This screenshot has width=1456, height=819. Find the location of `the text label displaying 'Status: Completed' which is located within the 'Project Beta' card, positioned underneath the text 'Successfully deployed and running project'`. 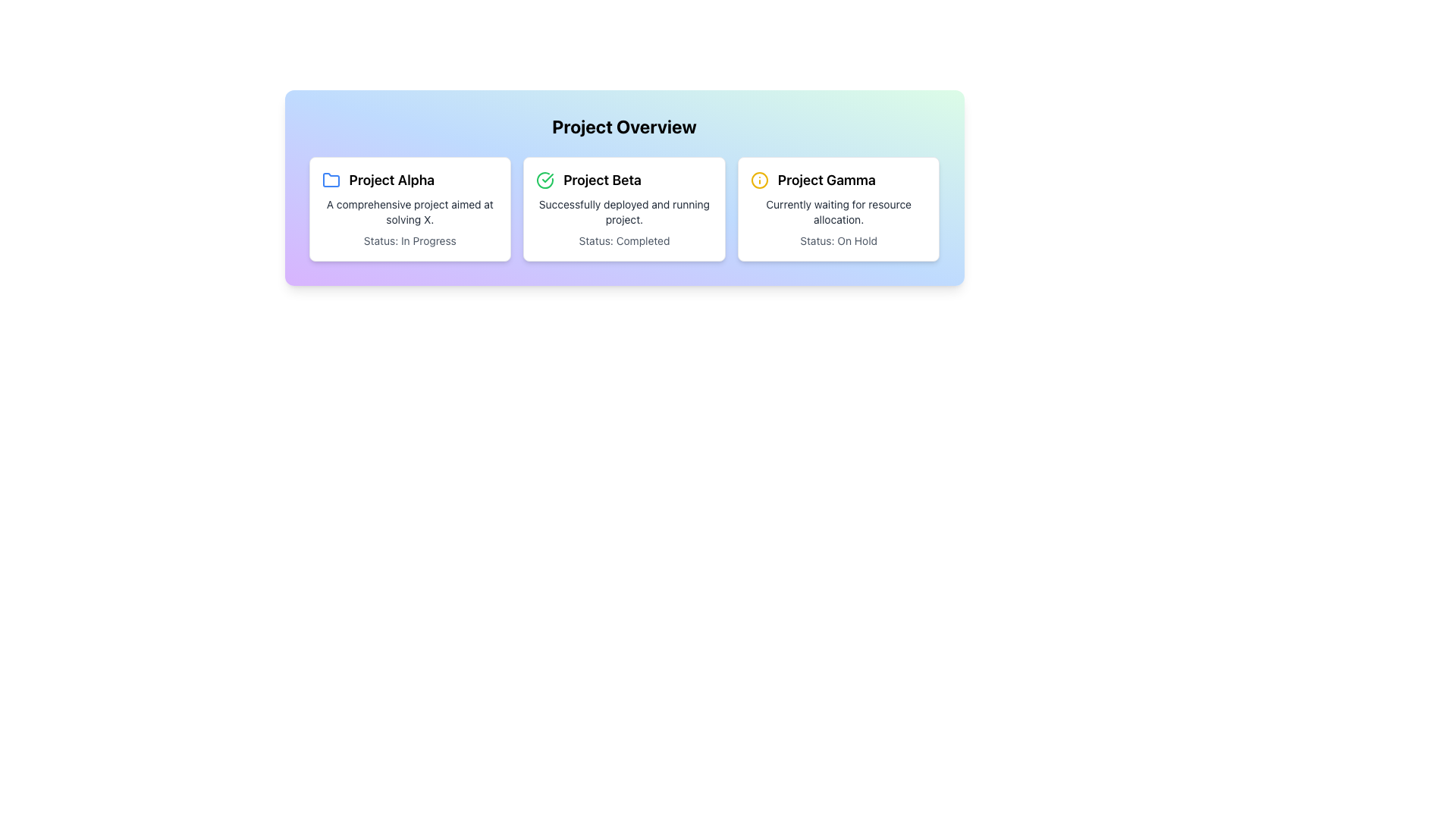

the text label displaying 'Status: Completed' which is located within the 'Project Beta' card, positioned underneath the text 'Successfully deployed and running project' is located at coordinates (624, 240).